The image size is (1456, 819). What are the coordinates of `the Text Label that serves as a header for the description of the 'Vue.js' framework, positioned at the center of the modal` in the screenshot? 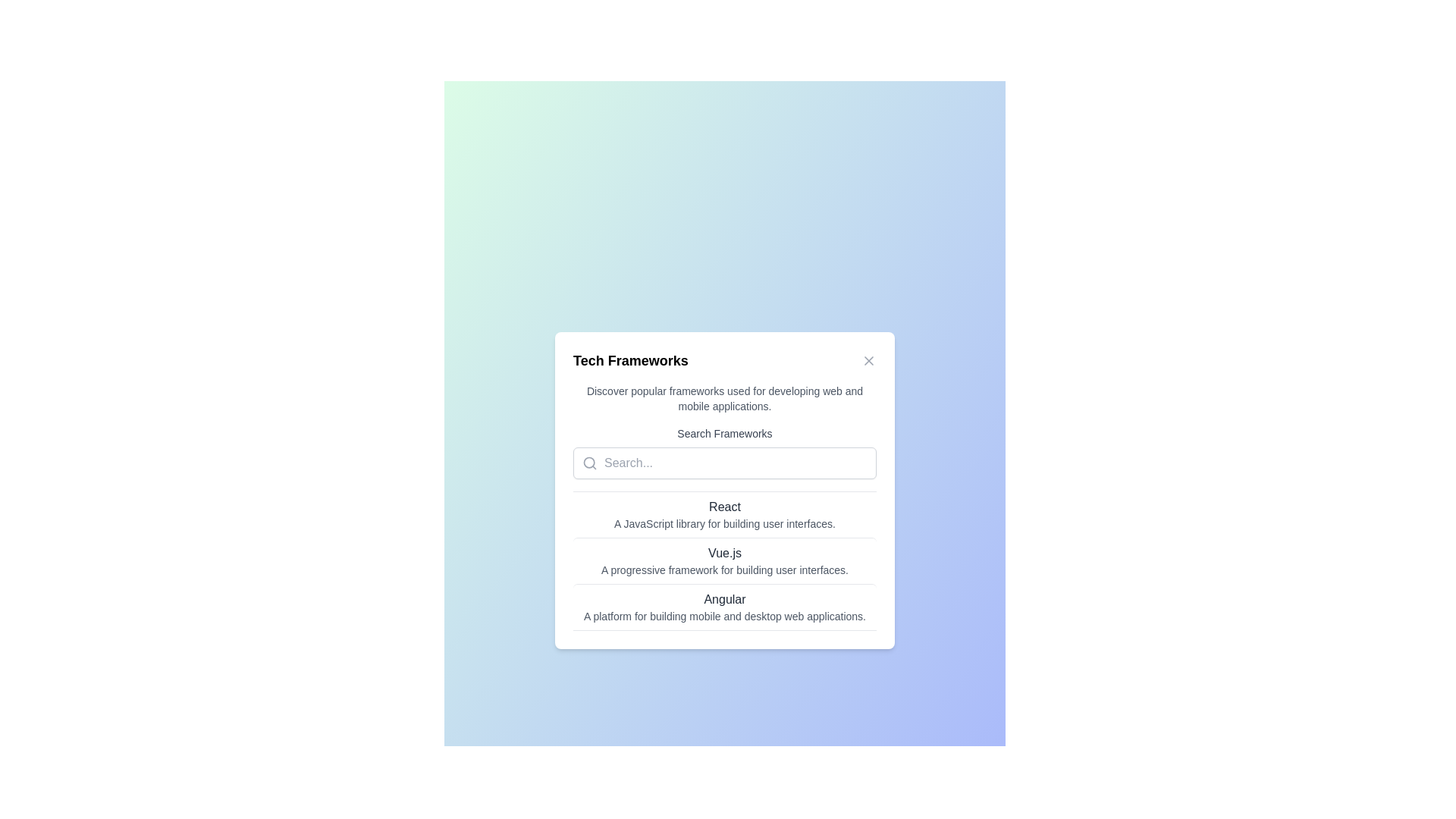 It's located at (723, 553).